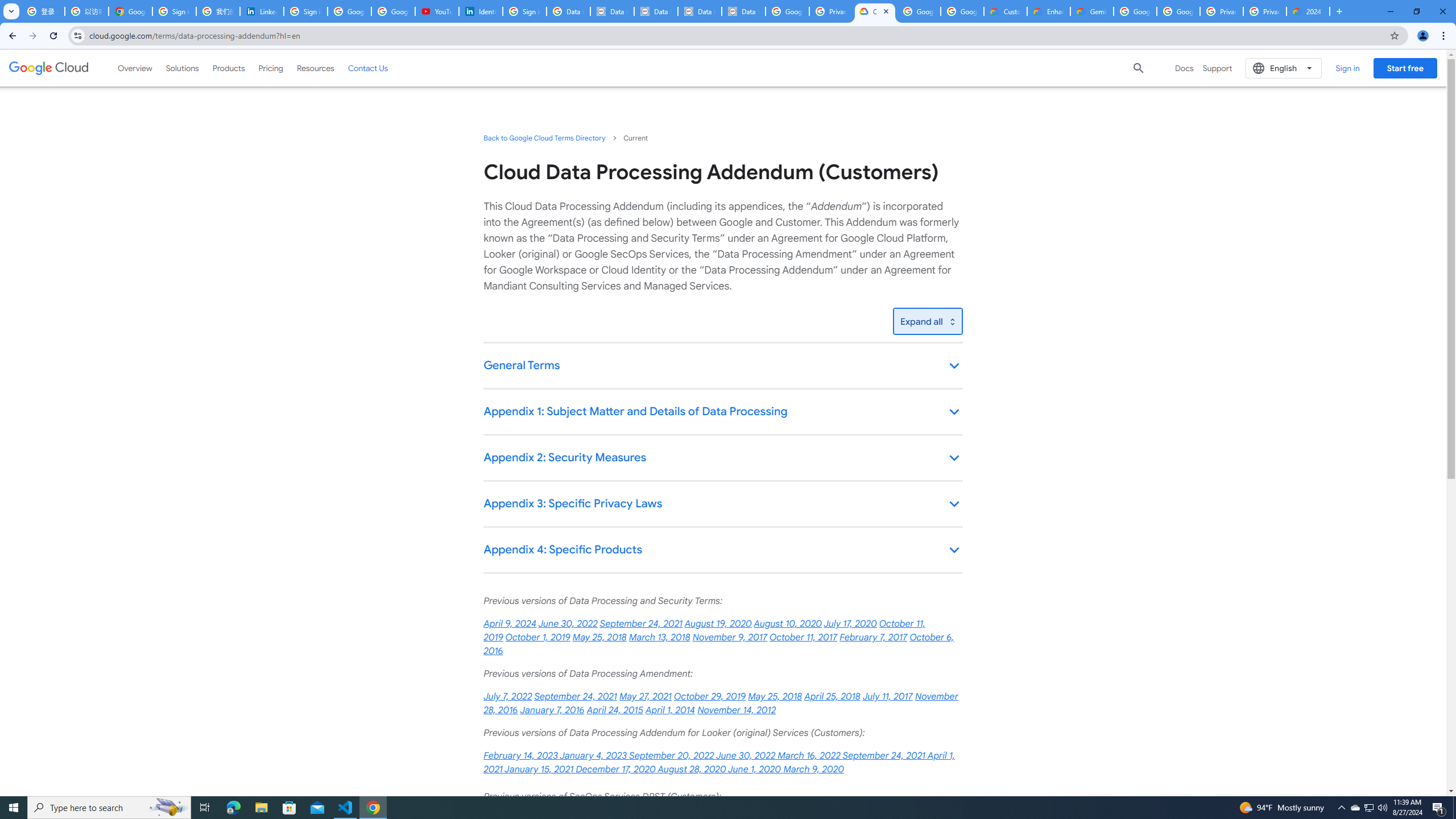  I want to click on 'March 13, 2018', so click(659, 638).